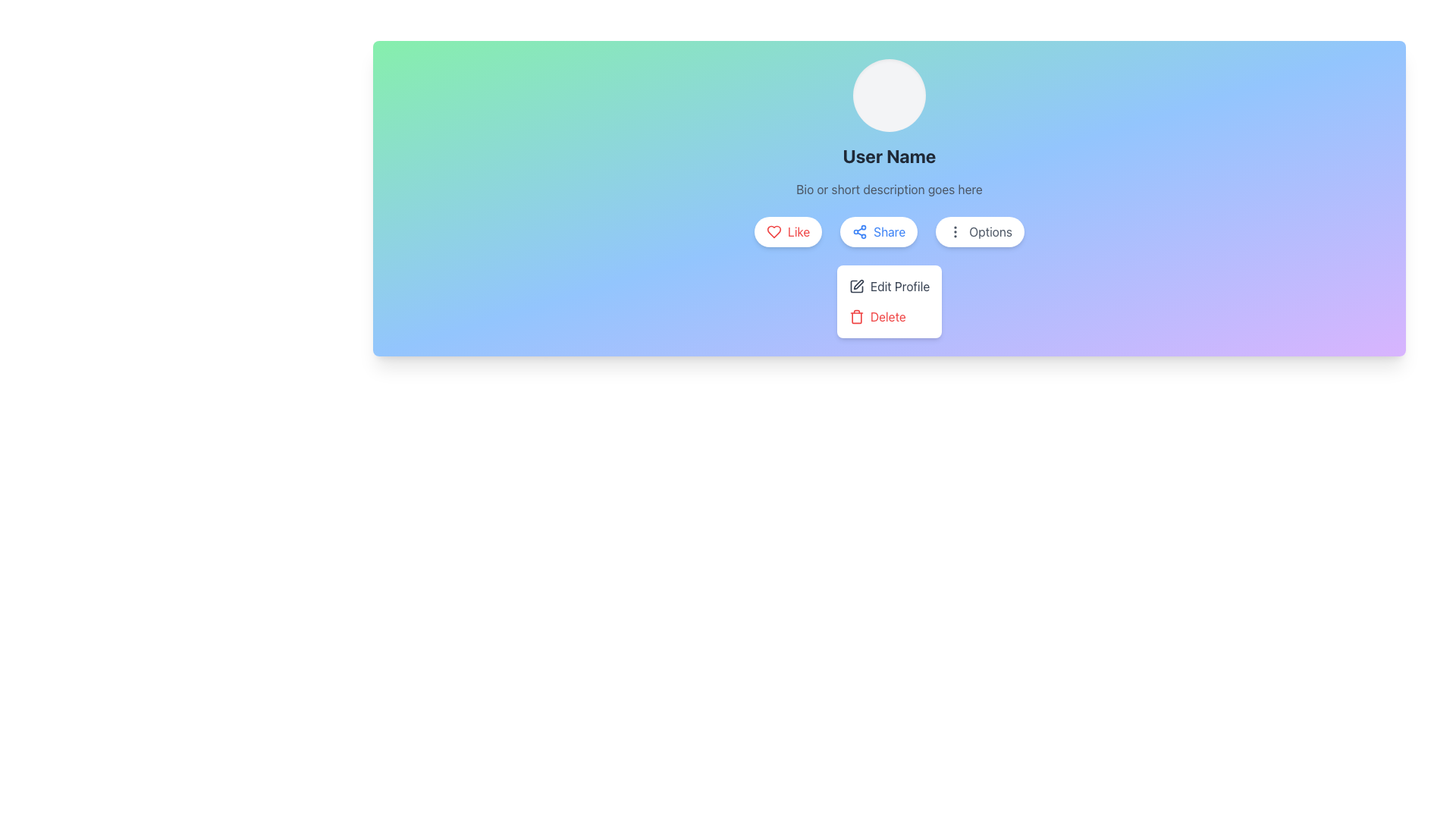 The image size is (1456, 819). Describe the element at coordinates (889, 287) in the screenshot. I see `the edit profile button located in a vertical layout above the 'Delete' button, which is part of a white card with rounded corners and shadow effects` at that location.